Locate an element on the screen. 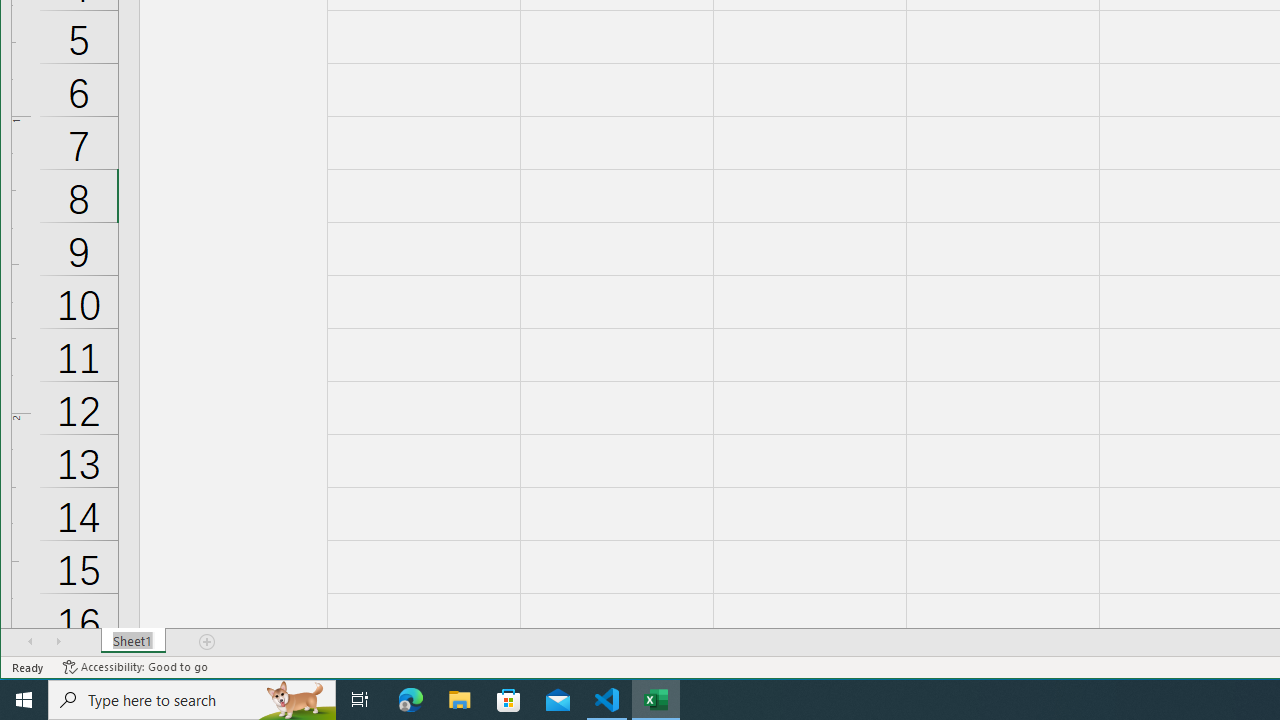 The image size is (1280, 720). 'Scroll Left' is located at coordinates (30, 641).